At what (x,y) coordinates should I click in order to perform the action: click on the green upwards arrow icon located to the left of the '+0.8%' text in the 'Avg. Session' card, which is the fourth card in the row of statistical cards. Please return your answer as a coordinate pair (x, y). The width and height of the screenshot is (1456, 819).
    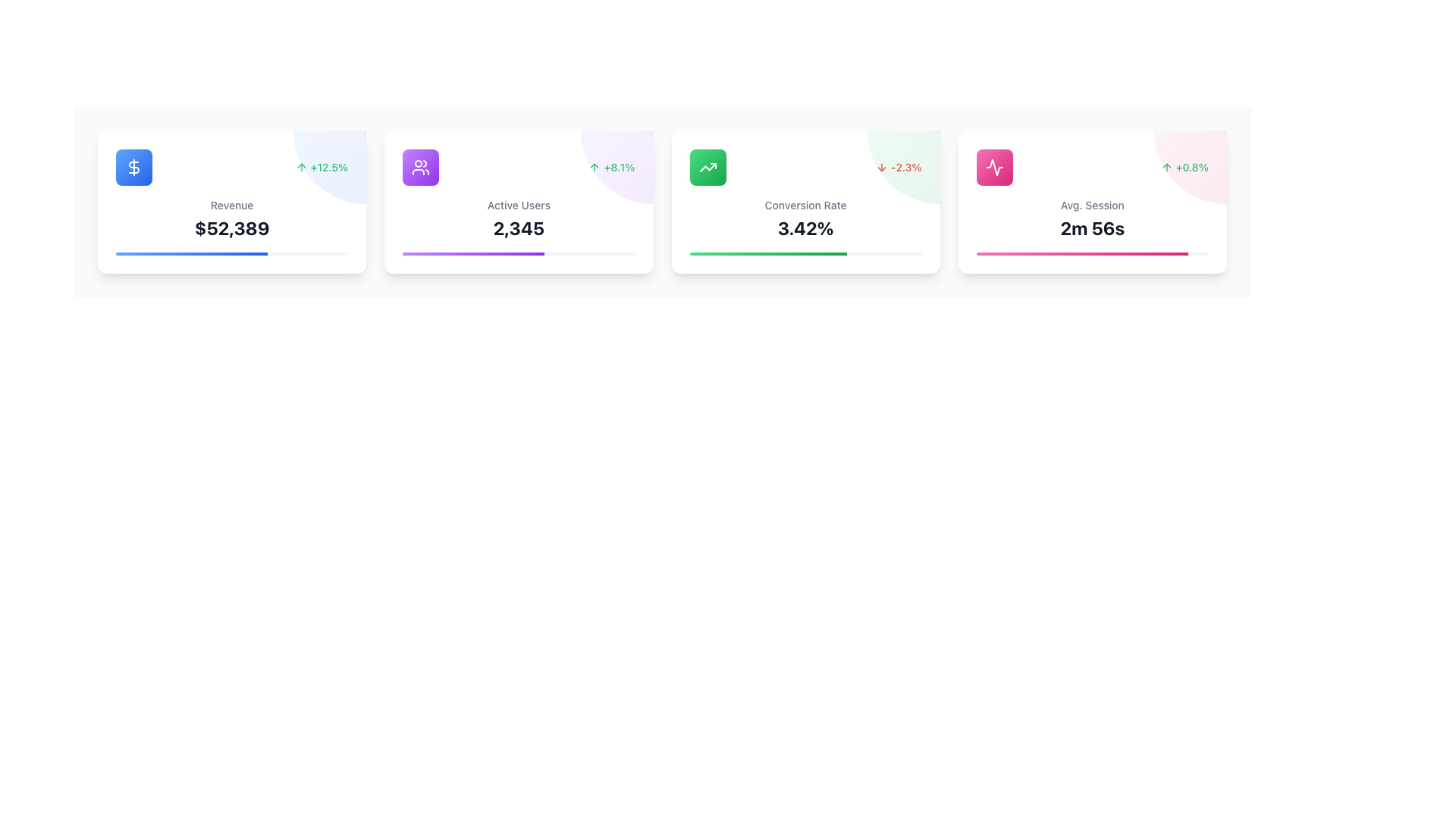
    Looking at the image, I should click on (1166, 167).